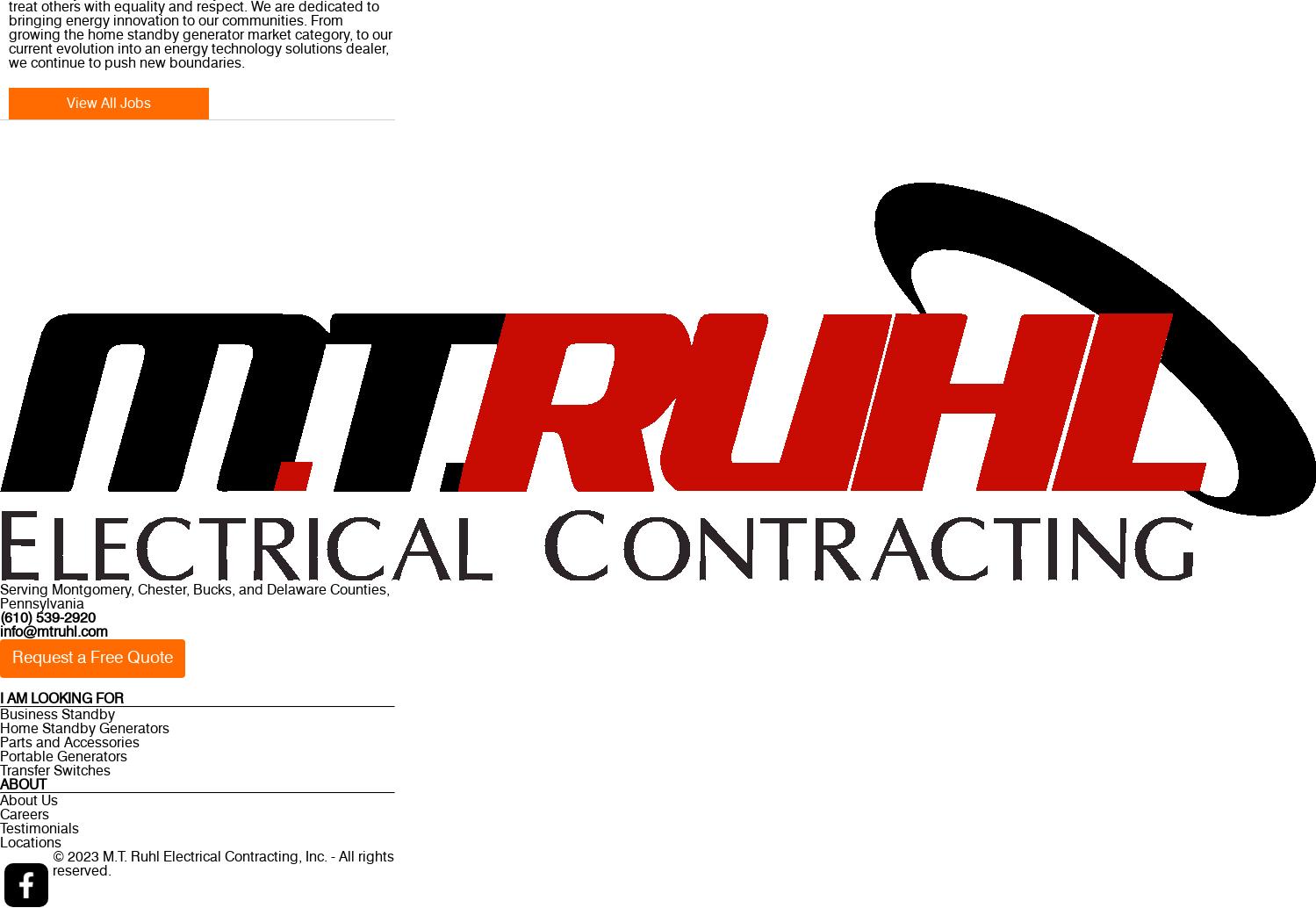  What do you see at coordinates (54, 769) in the screenshot?
I see `'Transfer Switches'` at bounding box center [54, 769].